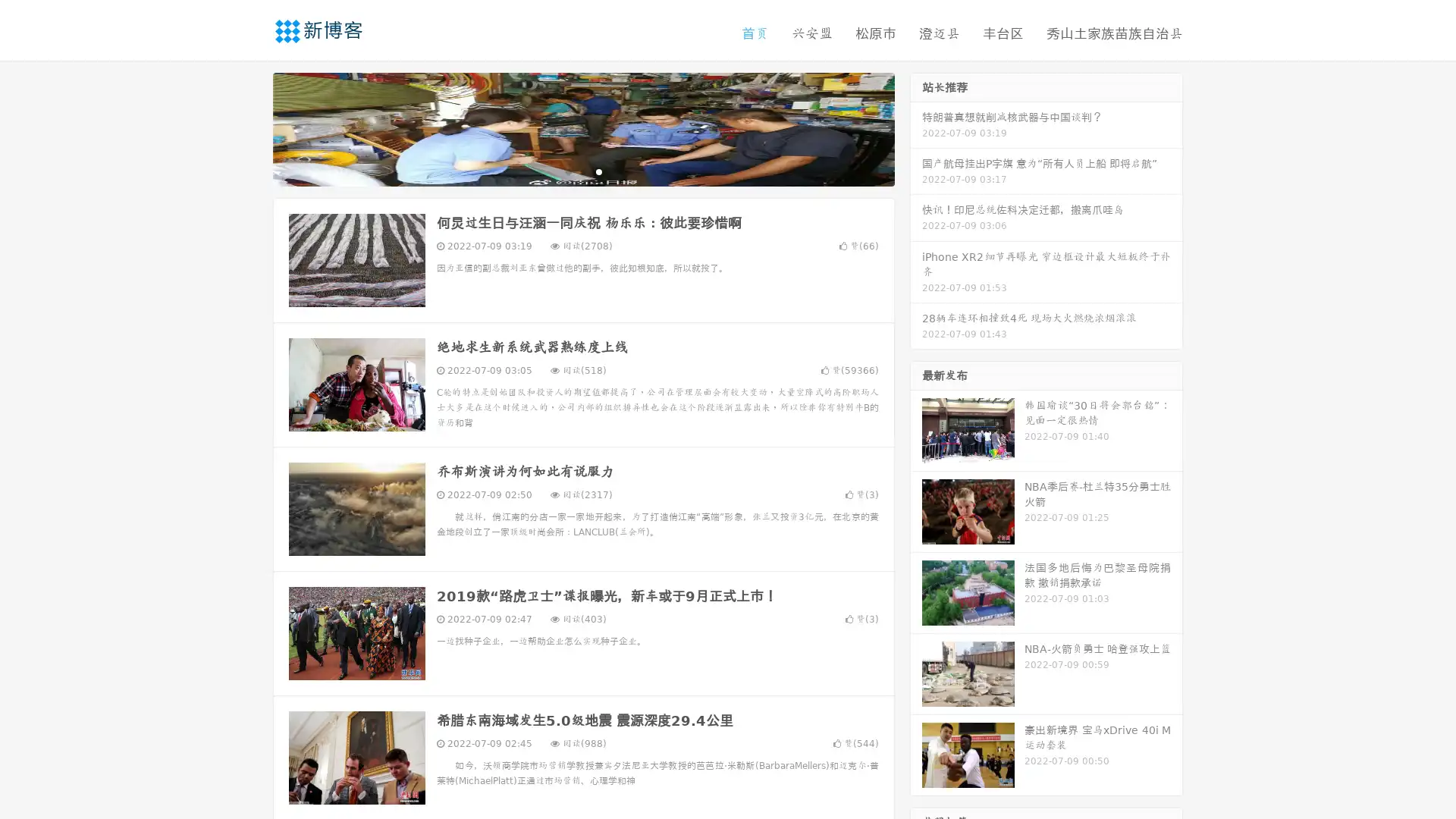 Image resolution: width=1456 pixels, height=819 pixels. What do you see at coordinates (567, 171) in the screenshot?
I see `Go to slide 1` at bounding box center [567, 171].